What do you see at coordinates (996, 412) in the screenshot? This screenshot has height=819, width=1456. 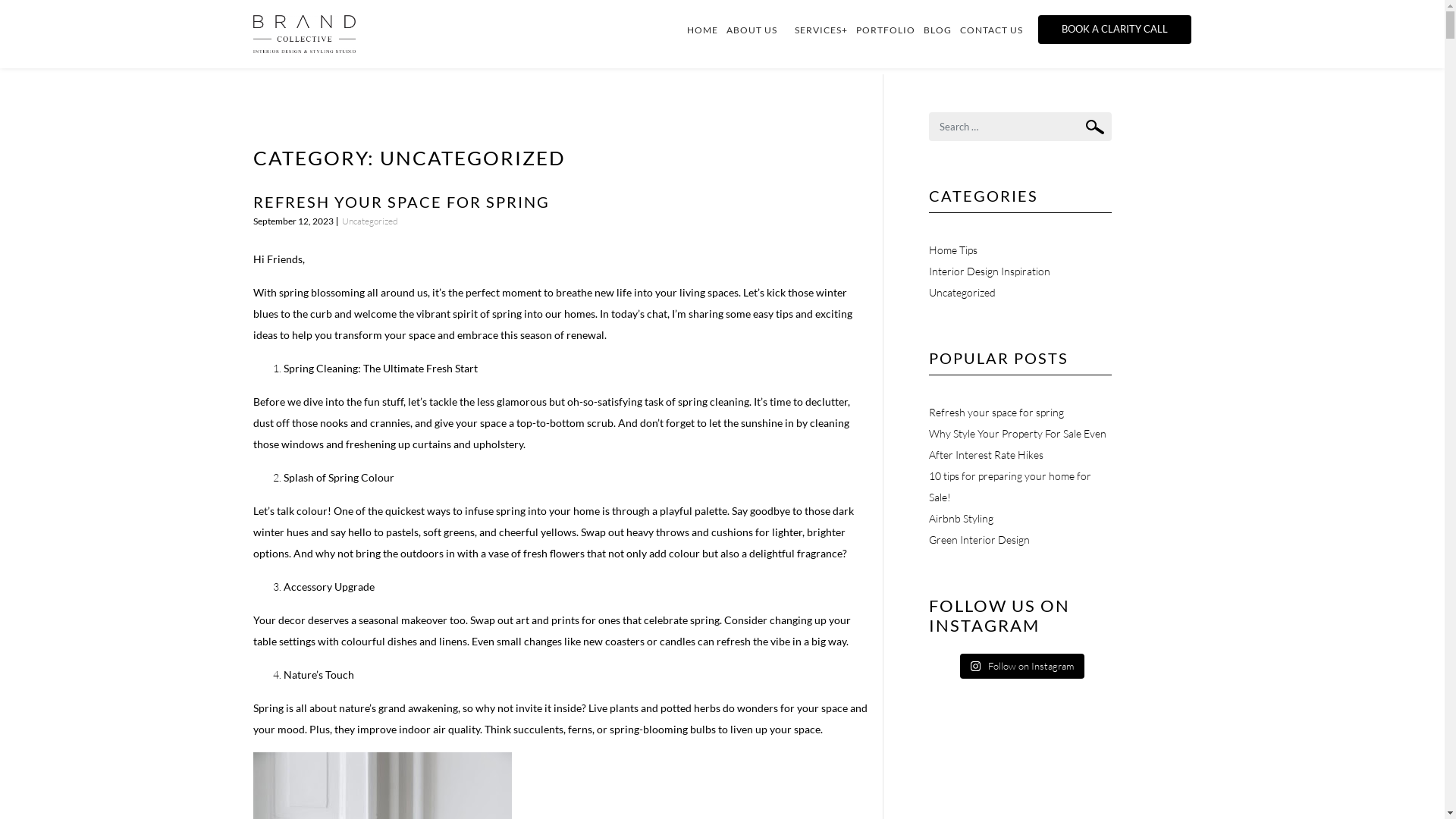 I see `'Refresh your space for spring'` at bounding box center [996, 412].